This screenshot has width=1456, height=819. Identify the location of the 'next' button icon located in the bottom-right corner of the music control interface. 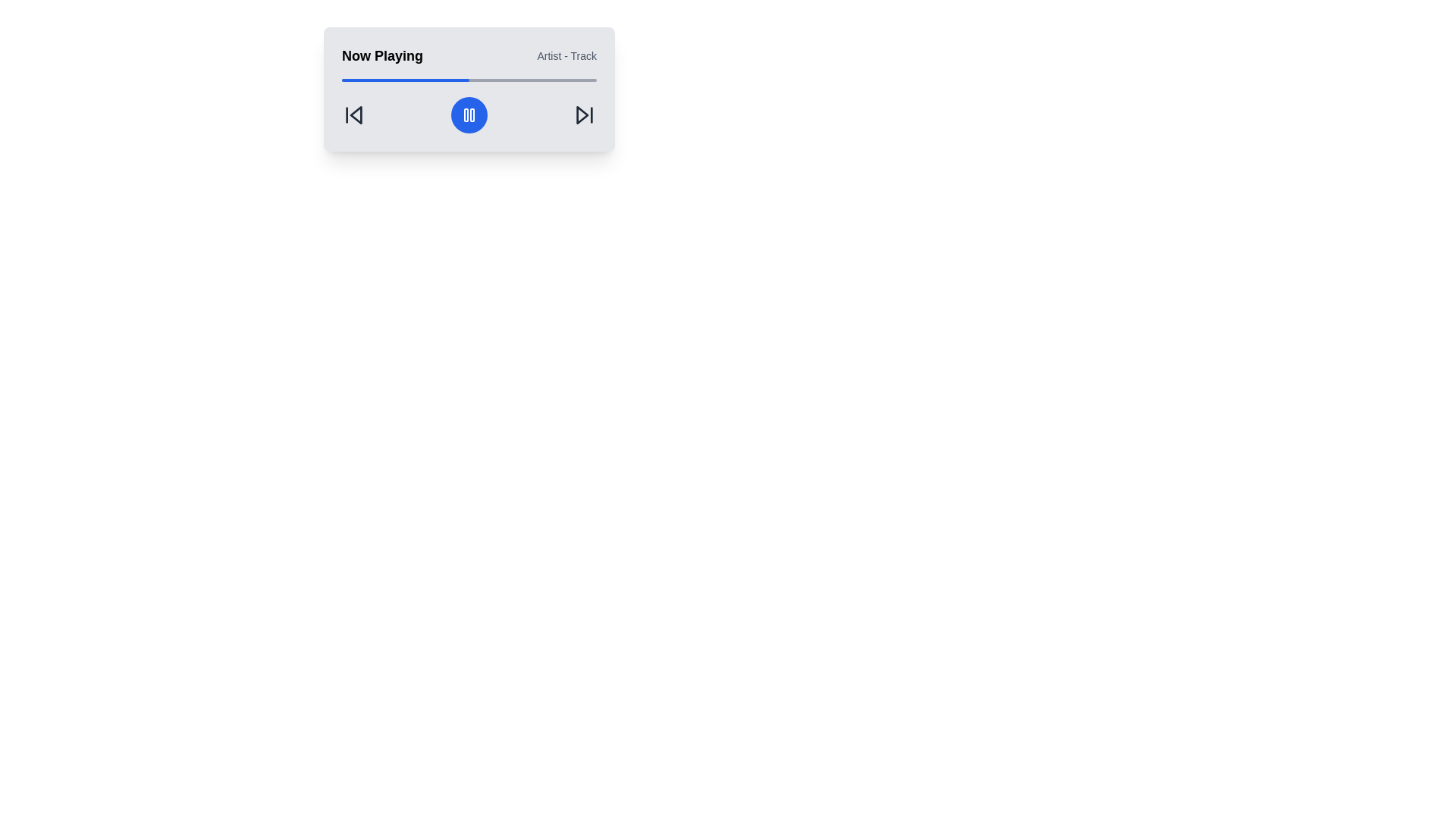
(582, 114).